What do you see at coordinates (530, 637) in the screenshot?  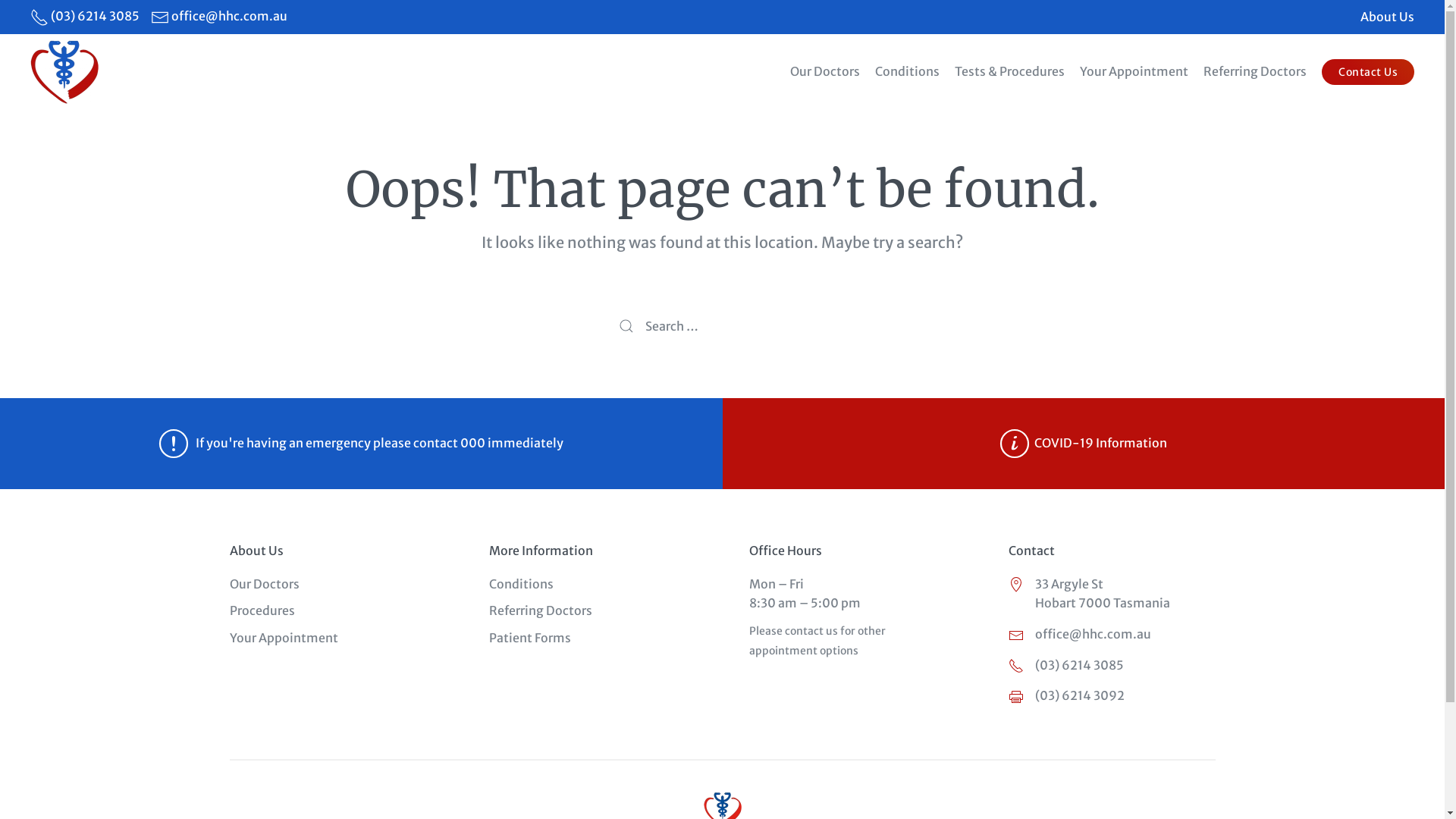 I see `'Patient Forms'` at bounding box center [530, 637].